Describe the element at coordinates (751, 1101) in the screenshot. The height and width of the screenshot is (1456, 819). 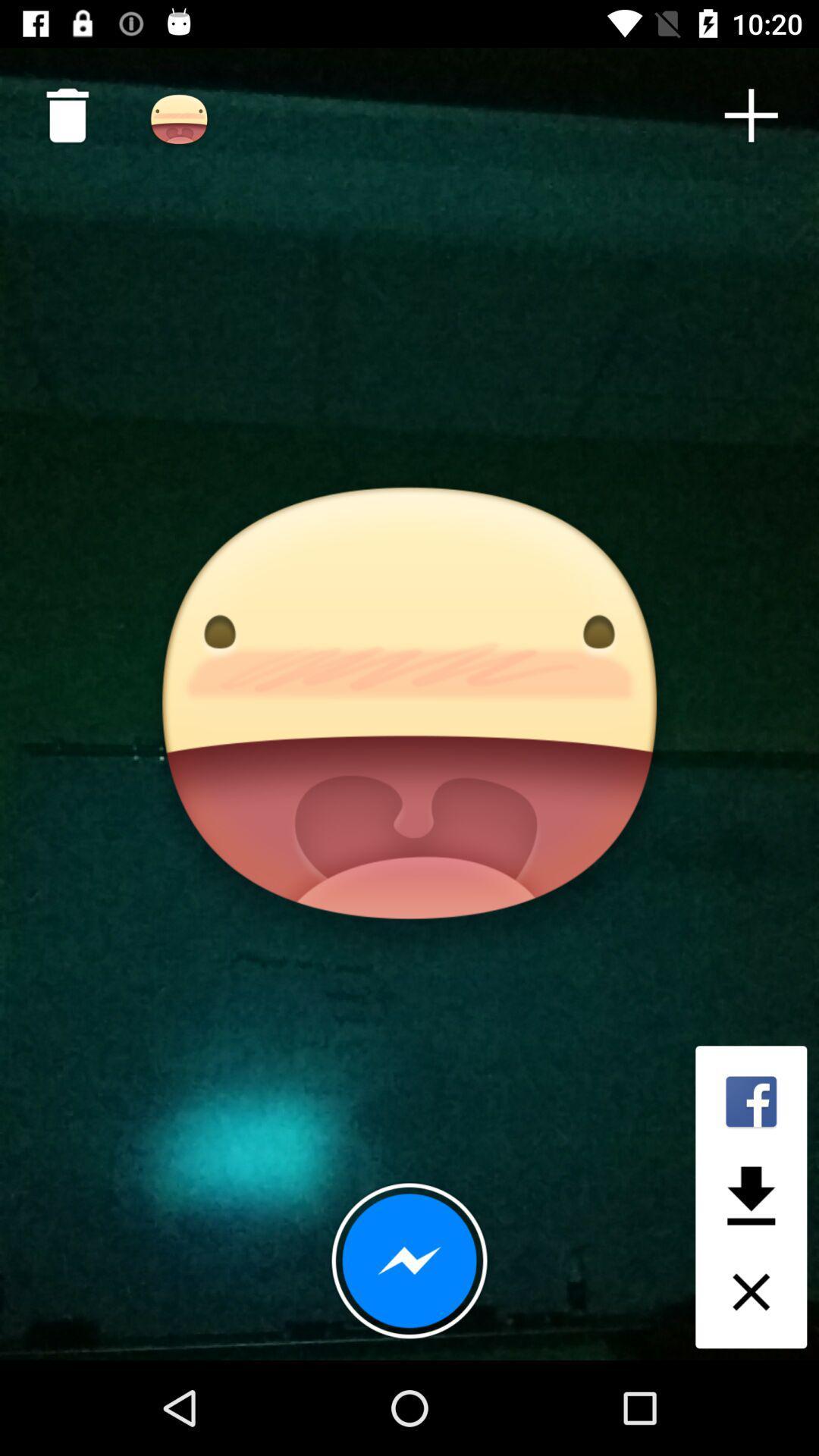
I see `the facebook icon` at that location.